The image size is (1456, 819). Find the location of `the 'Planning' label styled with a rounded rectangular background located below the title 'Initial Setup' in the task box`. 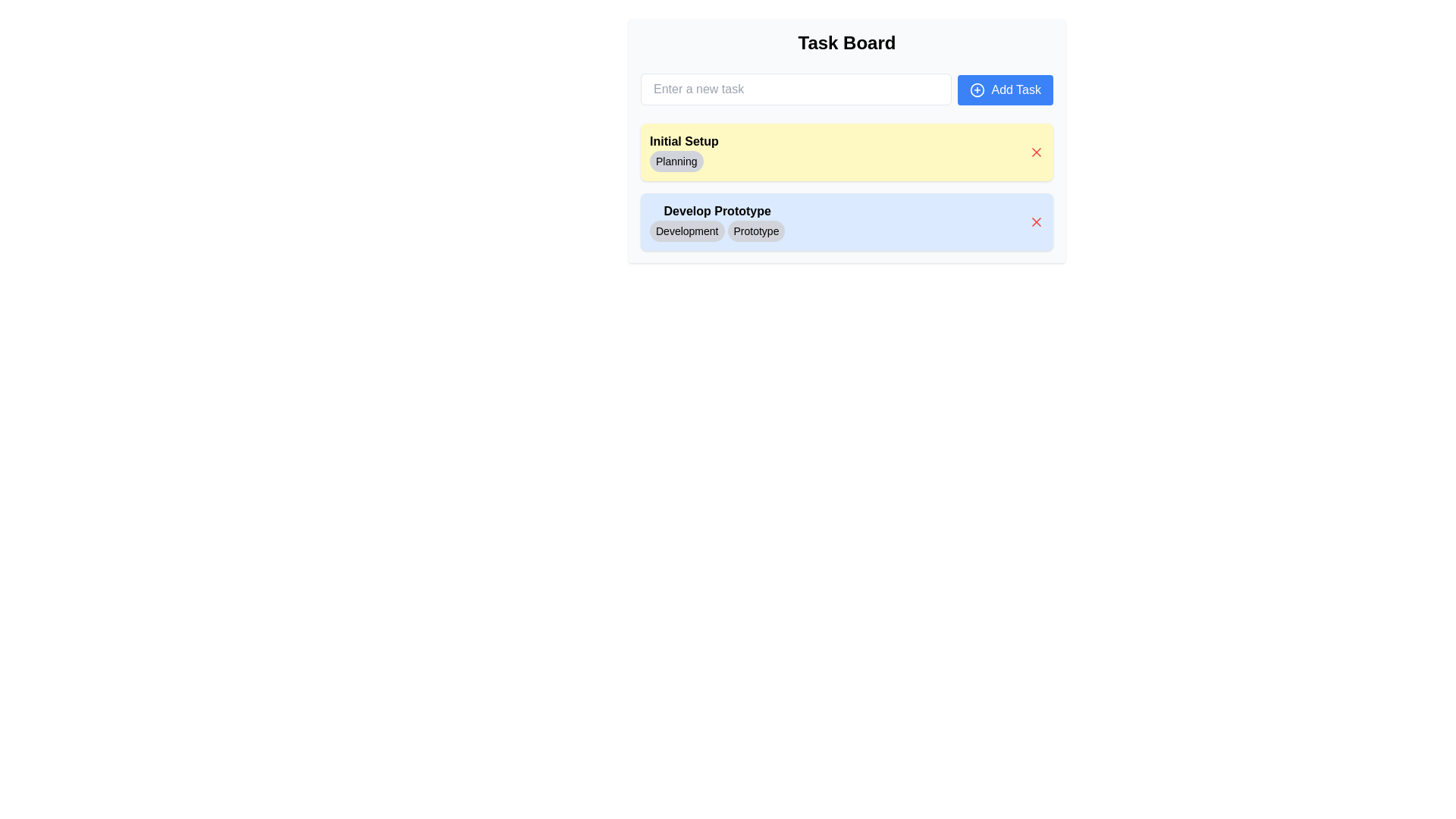

the 'Planning' label styled with a rounded rectangular background located below the title 'Initial Setup' in the task box is located at coordinates (683, 152).